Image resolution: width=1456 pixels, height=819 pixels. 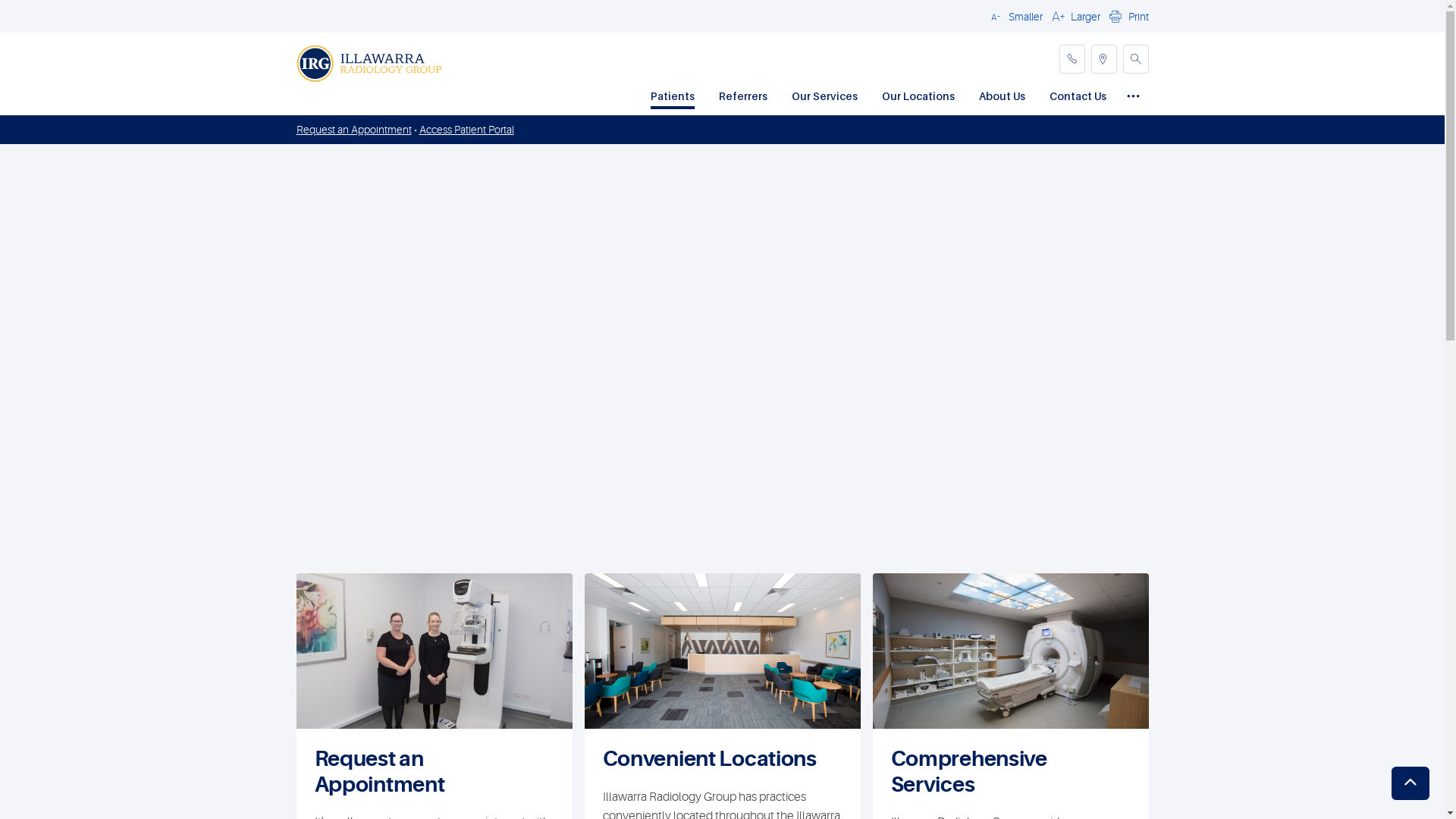 I want to click on 'Our Services', so click(x=824, y=97).